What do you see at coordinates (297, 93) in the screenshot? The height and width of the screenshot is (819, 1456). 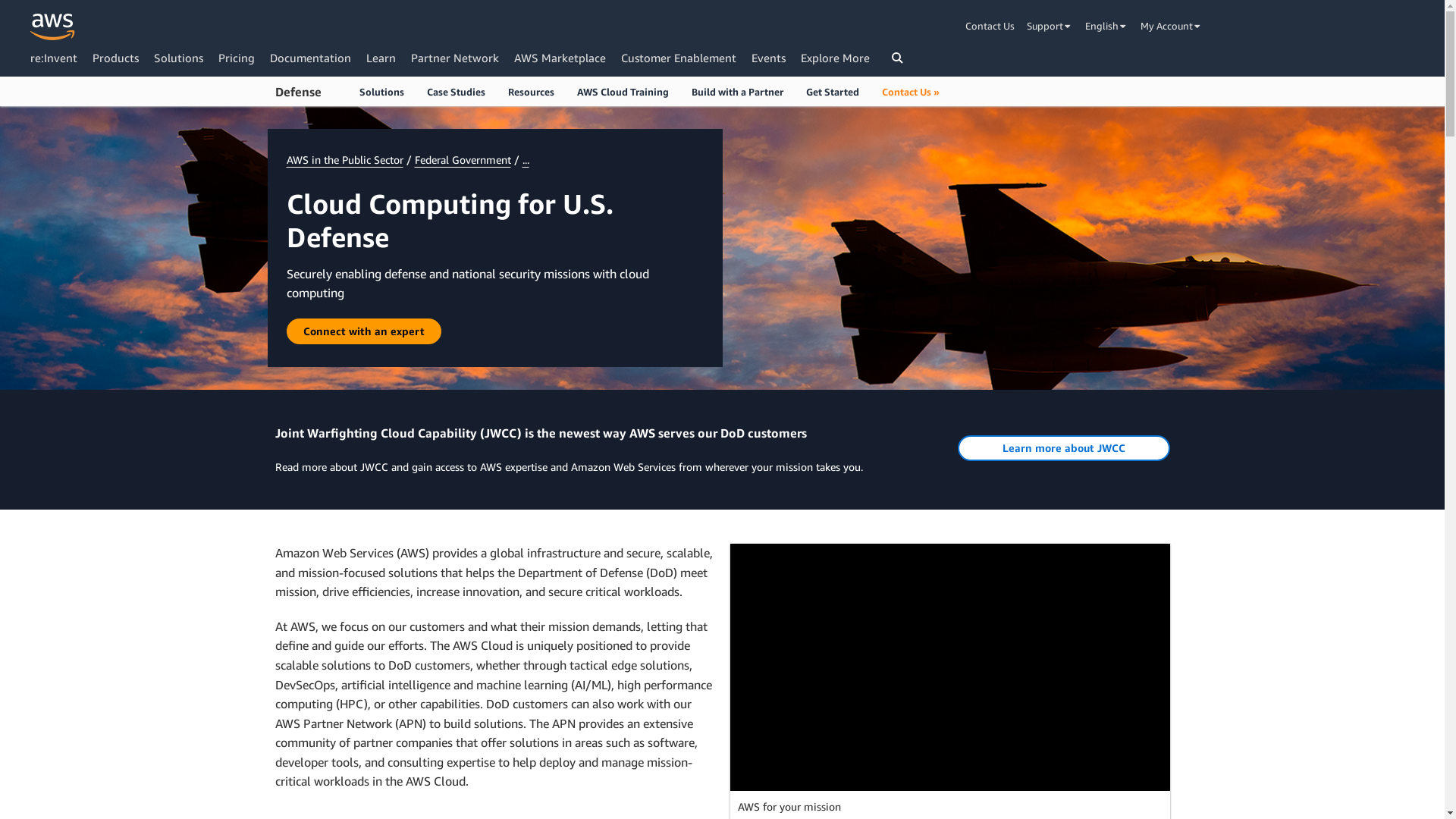 I see `'Defense'` at bounding box center [297, 93].